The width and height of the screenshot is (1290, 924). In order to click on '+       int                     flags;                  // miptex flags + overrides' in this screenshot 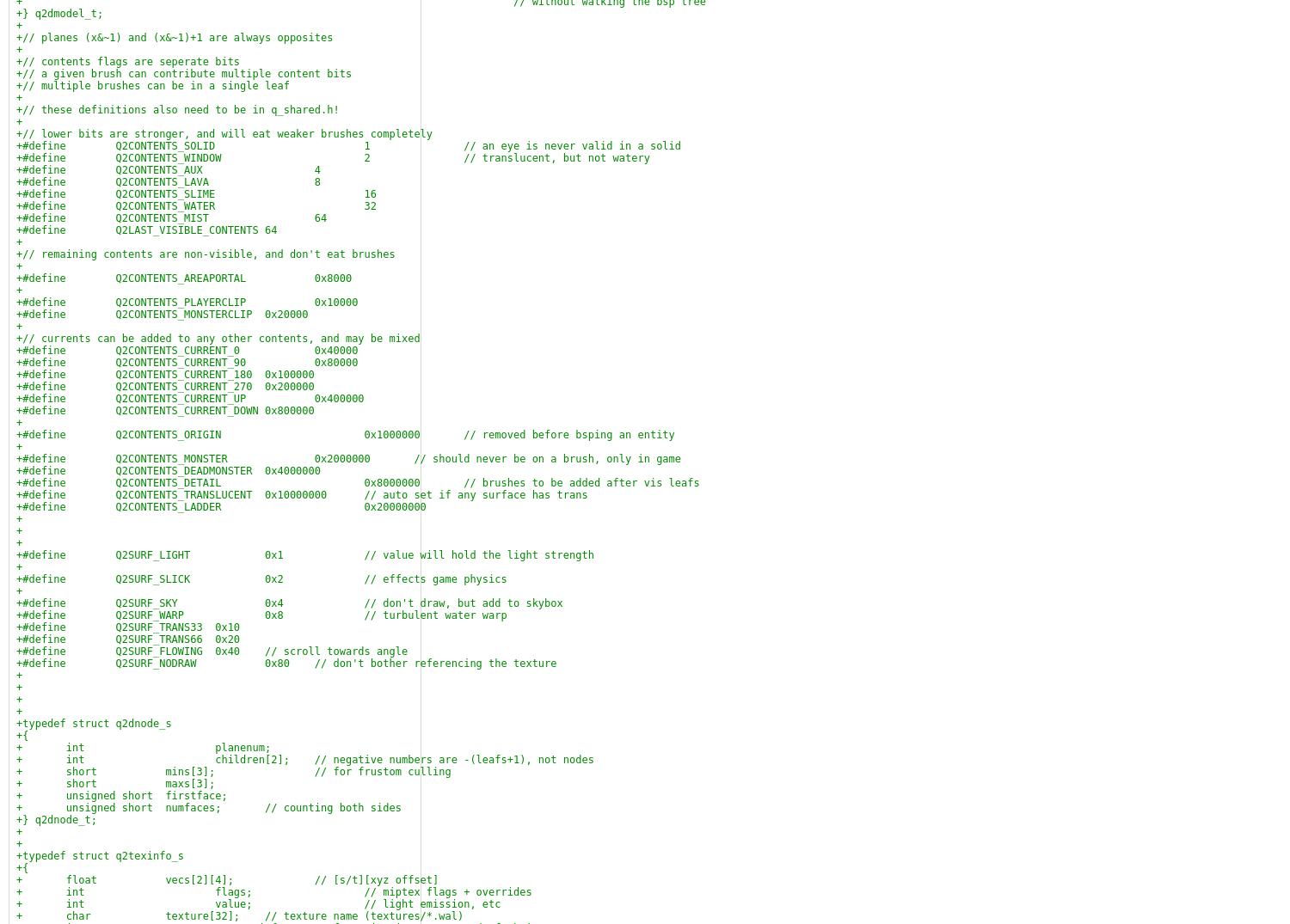, I will do `click(273, 892)`.